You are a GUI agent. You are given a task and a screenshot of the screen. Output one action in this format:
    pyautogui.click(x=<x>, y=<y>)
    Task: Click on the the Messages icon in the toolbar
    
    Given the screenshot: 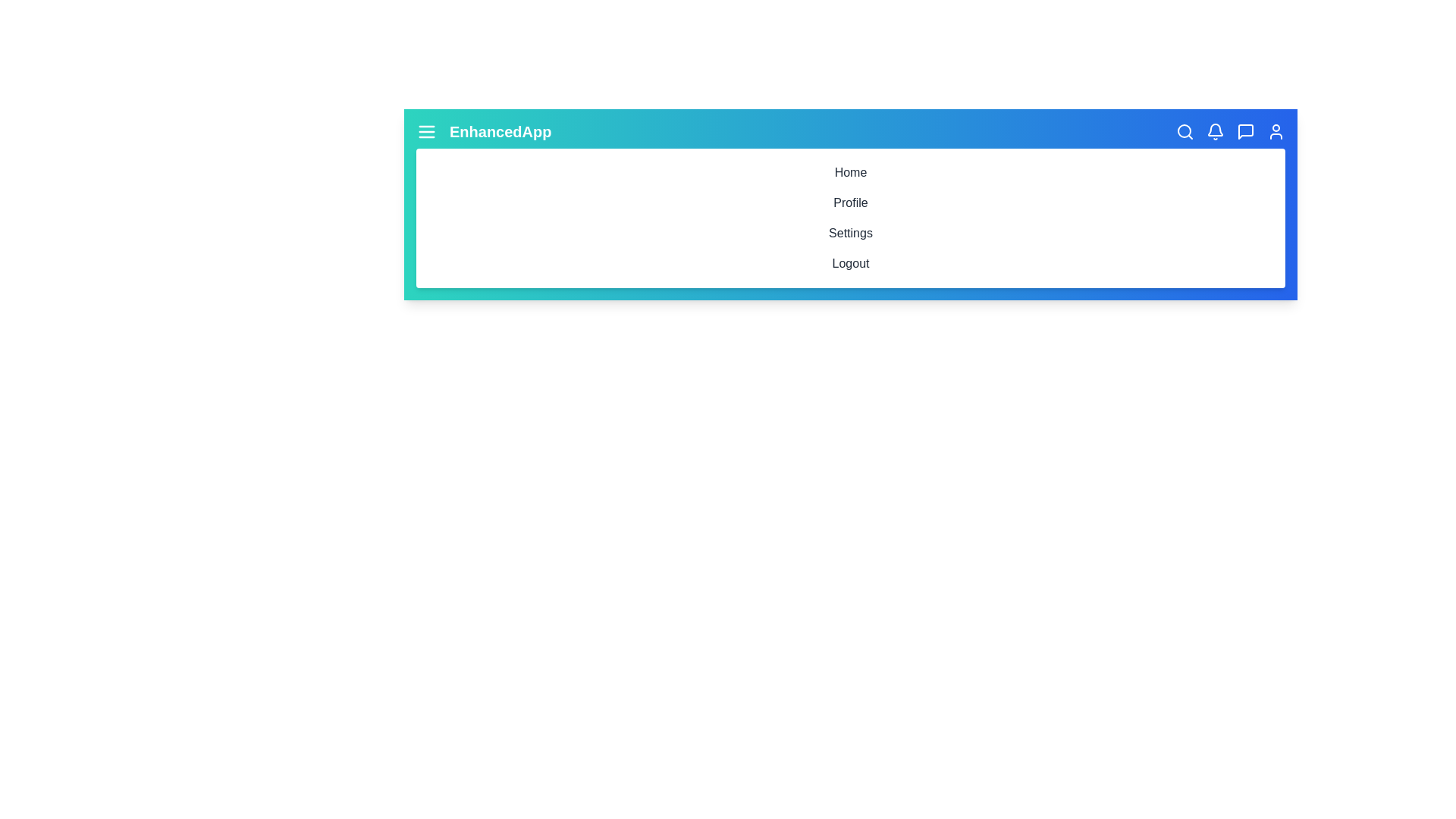 What is the action you would take?
    pyautogui.click(x=1245, y=130)
    